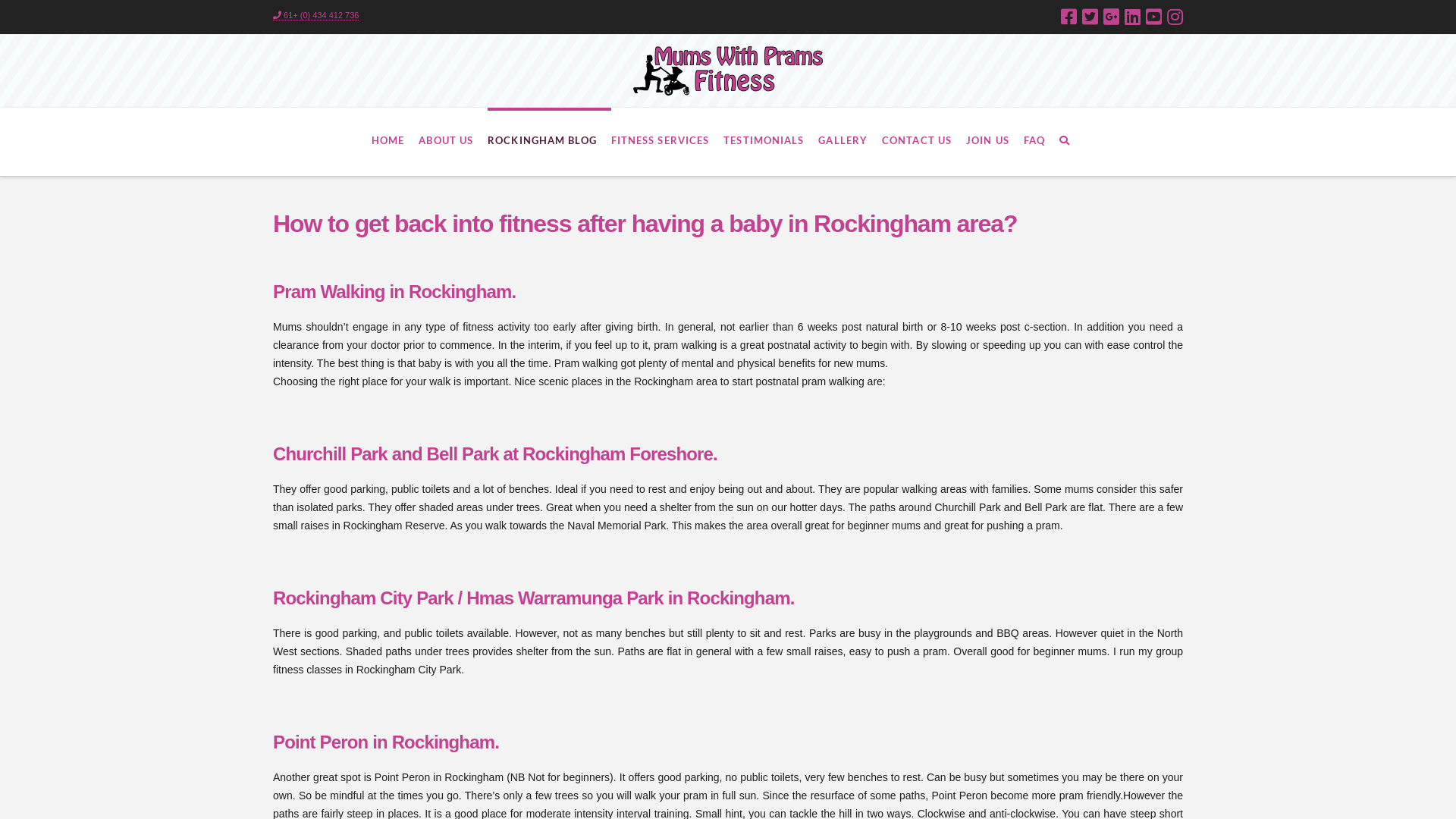  What do you see at coordinates (850, 141) in the screenshot?
I see `'GALLERY'` at bounding box center [850, 141].